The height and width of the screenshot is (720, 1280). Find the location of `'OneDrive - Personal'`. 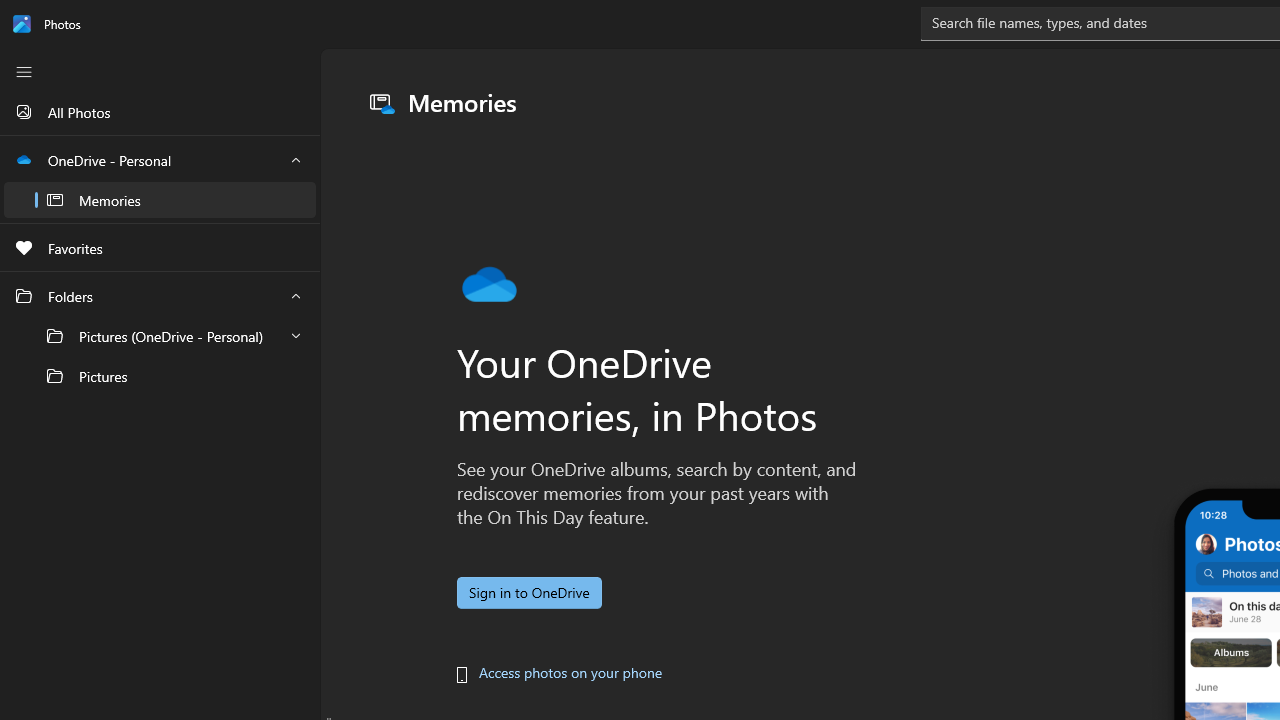

'OneDrive - Personal' is located at coordinates (160, 180).